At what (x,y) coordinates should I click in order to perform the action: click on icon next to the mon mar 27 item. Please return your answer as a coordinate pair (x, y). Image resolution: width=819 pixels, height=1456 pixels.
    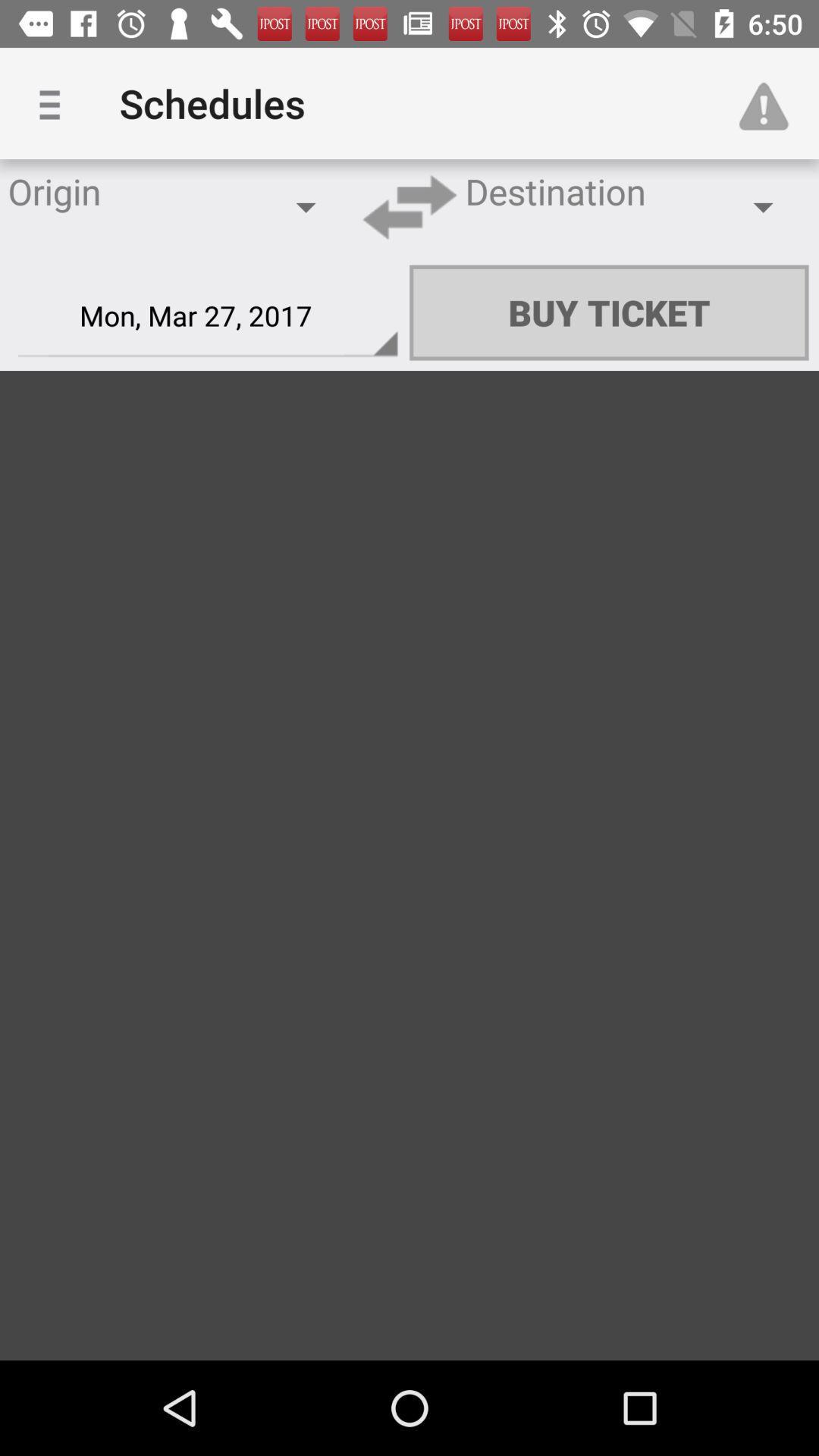
    Looking at the image, I should click on (608, 312).